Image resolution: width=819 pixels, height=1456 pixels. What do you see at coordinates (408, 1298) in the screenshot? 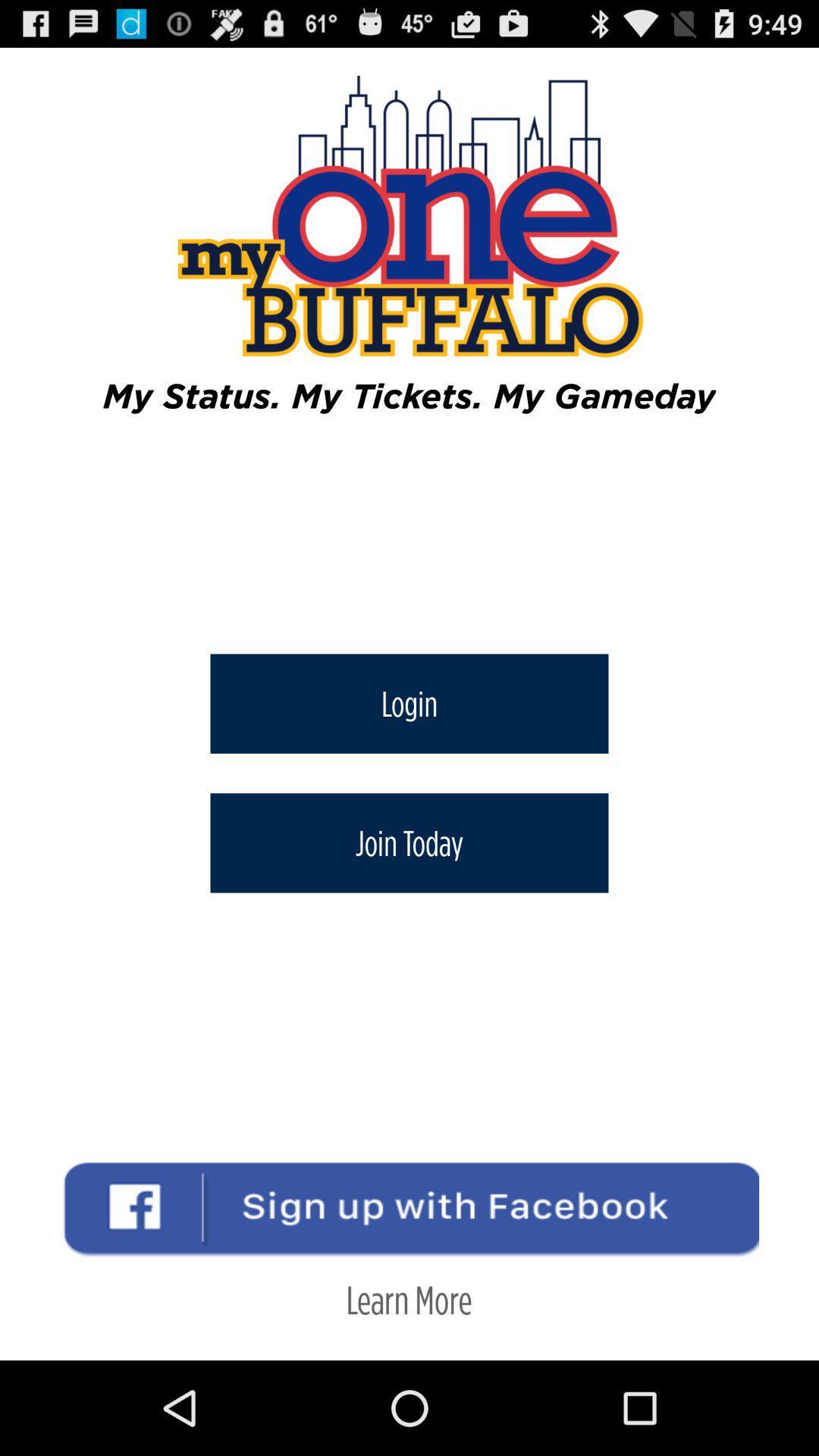
I see `the button below the join today item` at bounding box center [408, 1298].